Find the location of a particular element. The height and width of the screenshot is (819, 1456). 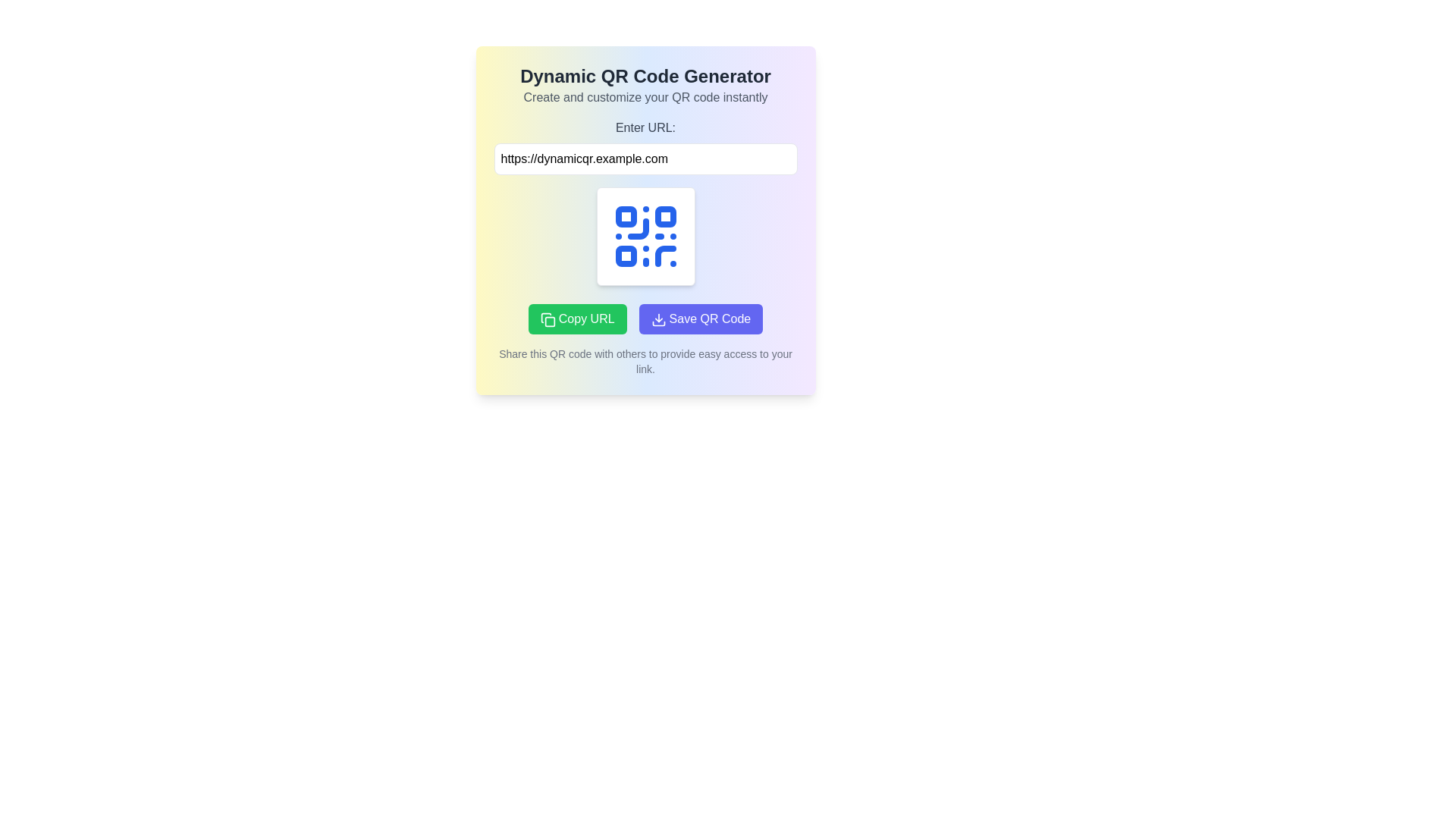

the text section titled 'Dynamic QR Code Generator' with the subtitle 'Create and customize your QR code instantly', located at the top-center of the card-like interface is located at coordinates (645, 85).